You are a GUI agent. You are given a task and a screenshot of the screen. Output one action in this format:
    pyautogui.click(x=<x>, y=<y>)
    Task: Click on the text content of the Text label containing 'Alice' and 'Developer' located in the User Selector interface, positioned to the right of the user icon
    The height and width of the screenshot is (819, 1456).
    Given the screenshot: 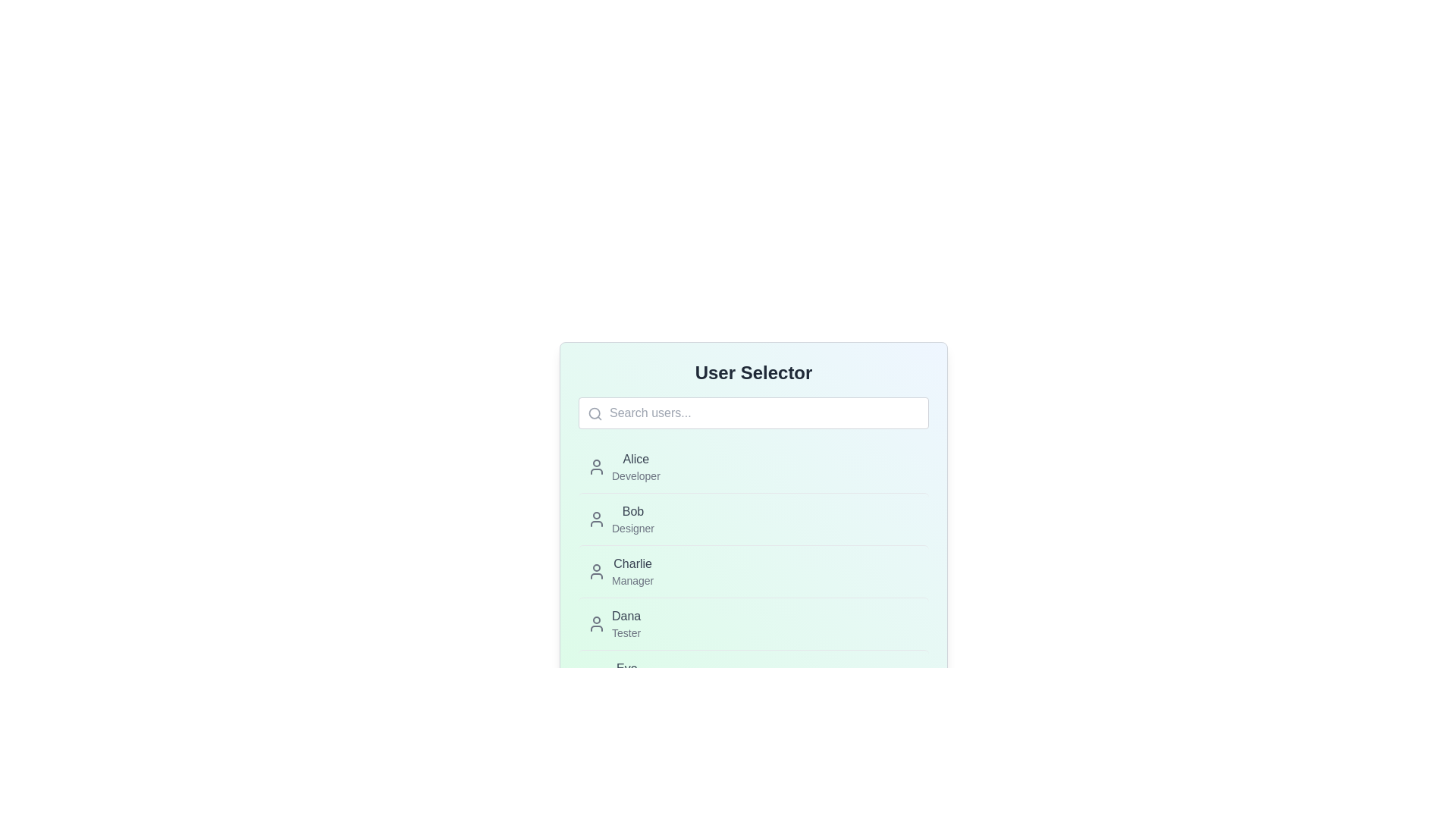 What is the action you would take?
    pyautogui.click(x=635, y=466)
    